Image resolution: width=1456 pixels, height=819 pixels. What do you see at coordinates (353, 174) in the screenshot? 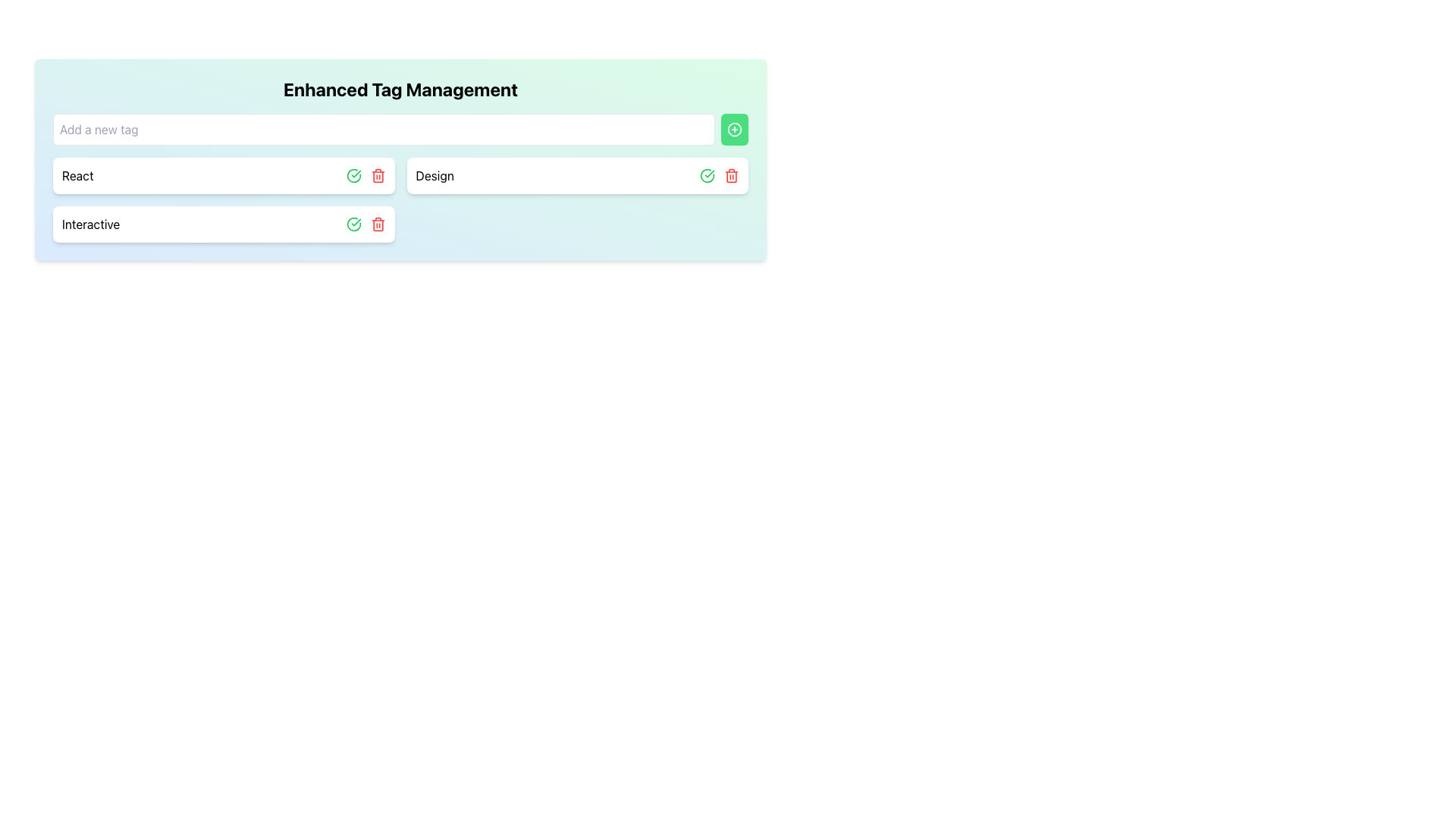
I see `the check icon that indicates approval in the 'Enhanced Tag Management' UI, located next to the 'React' text` at bounding box center [353, 174].